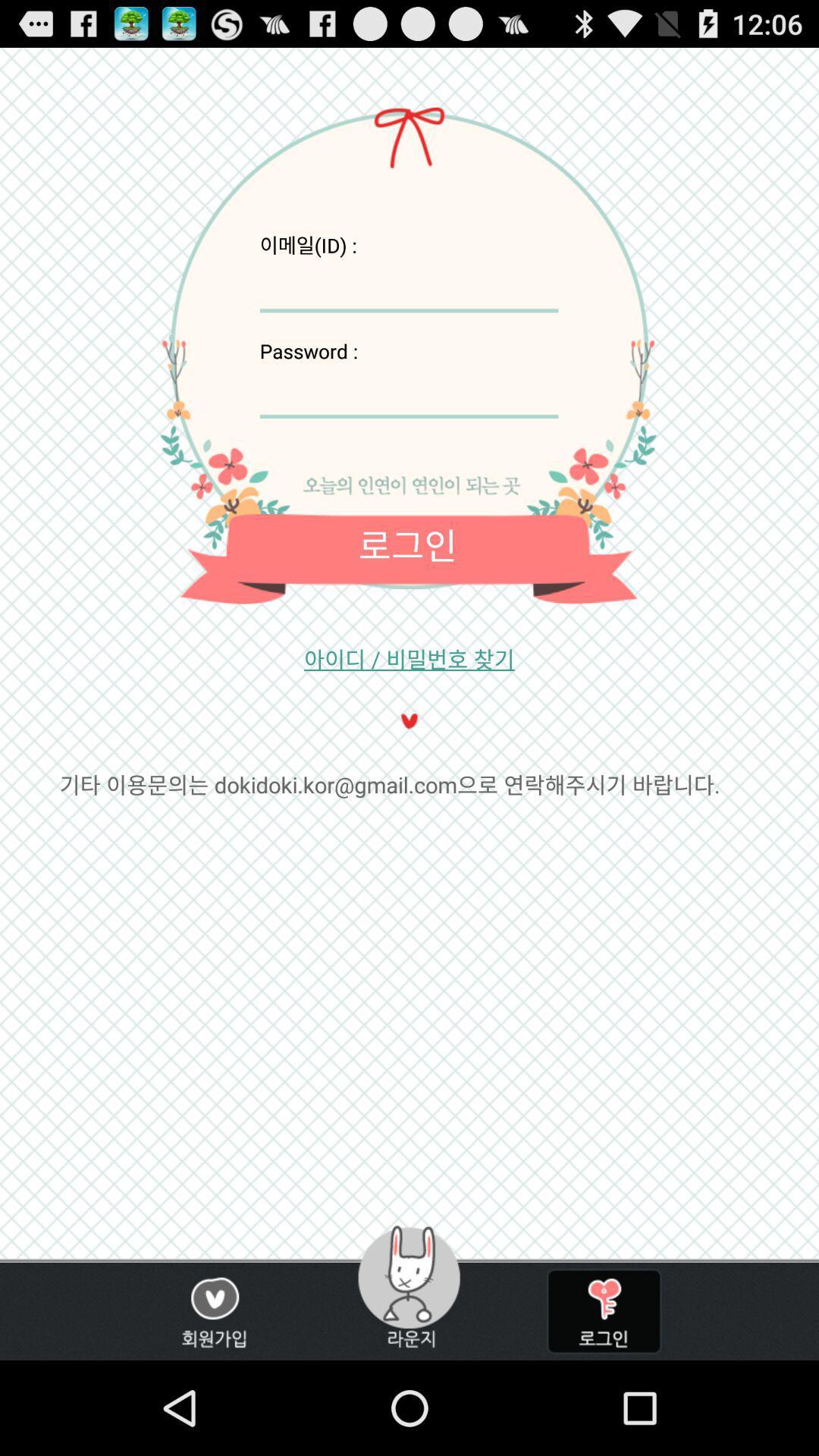  Describe the element at coordinates (408, 285) in the screenshot. I see `input user name` at that location.